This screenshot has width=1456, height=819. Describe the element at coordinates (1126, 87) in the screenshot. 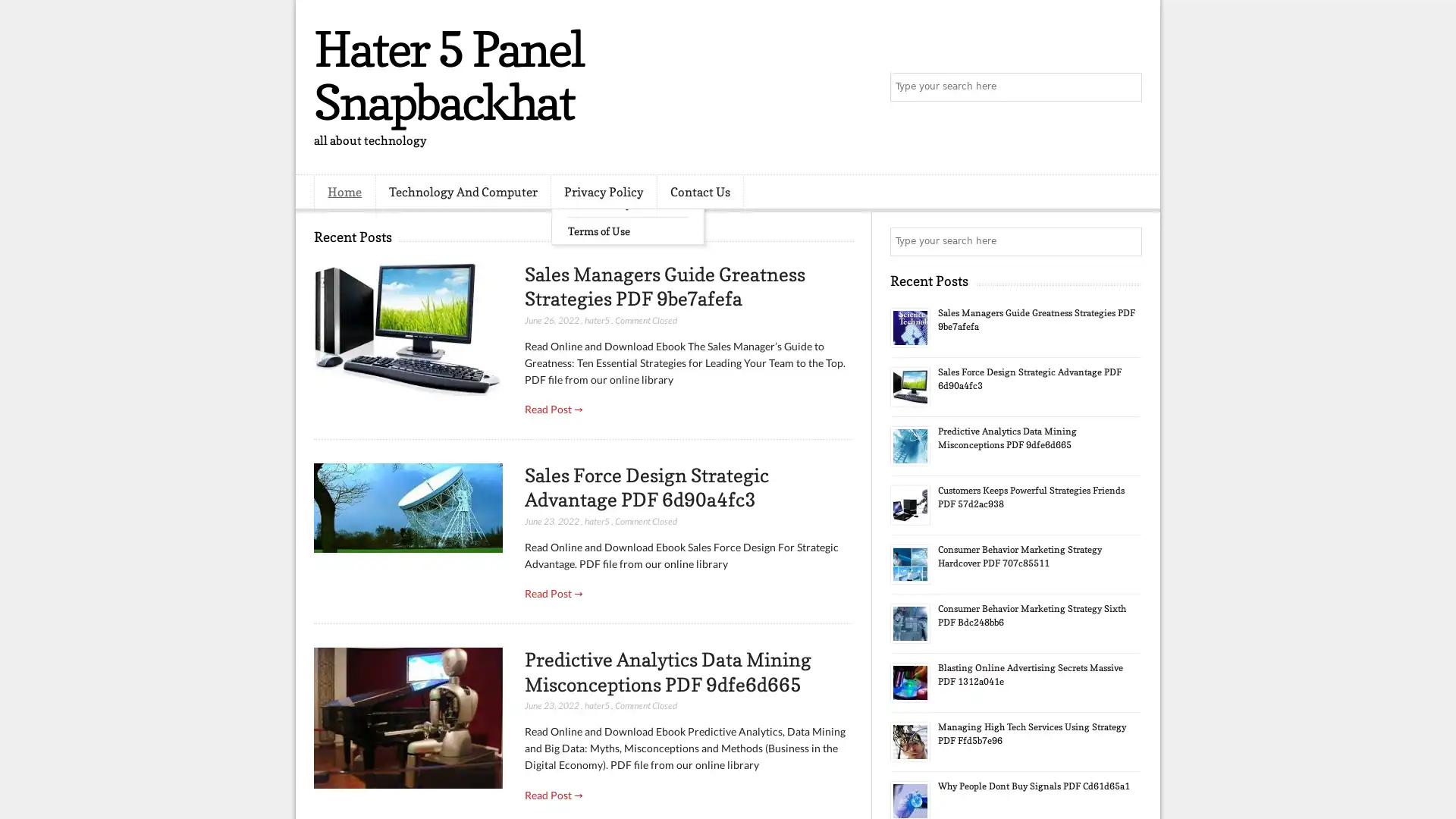

I see `Search` at that location.